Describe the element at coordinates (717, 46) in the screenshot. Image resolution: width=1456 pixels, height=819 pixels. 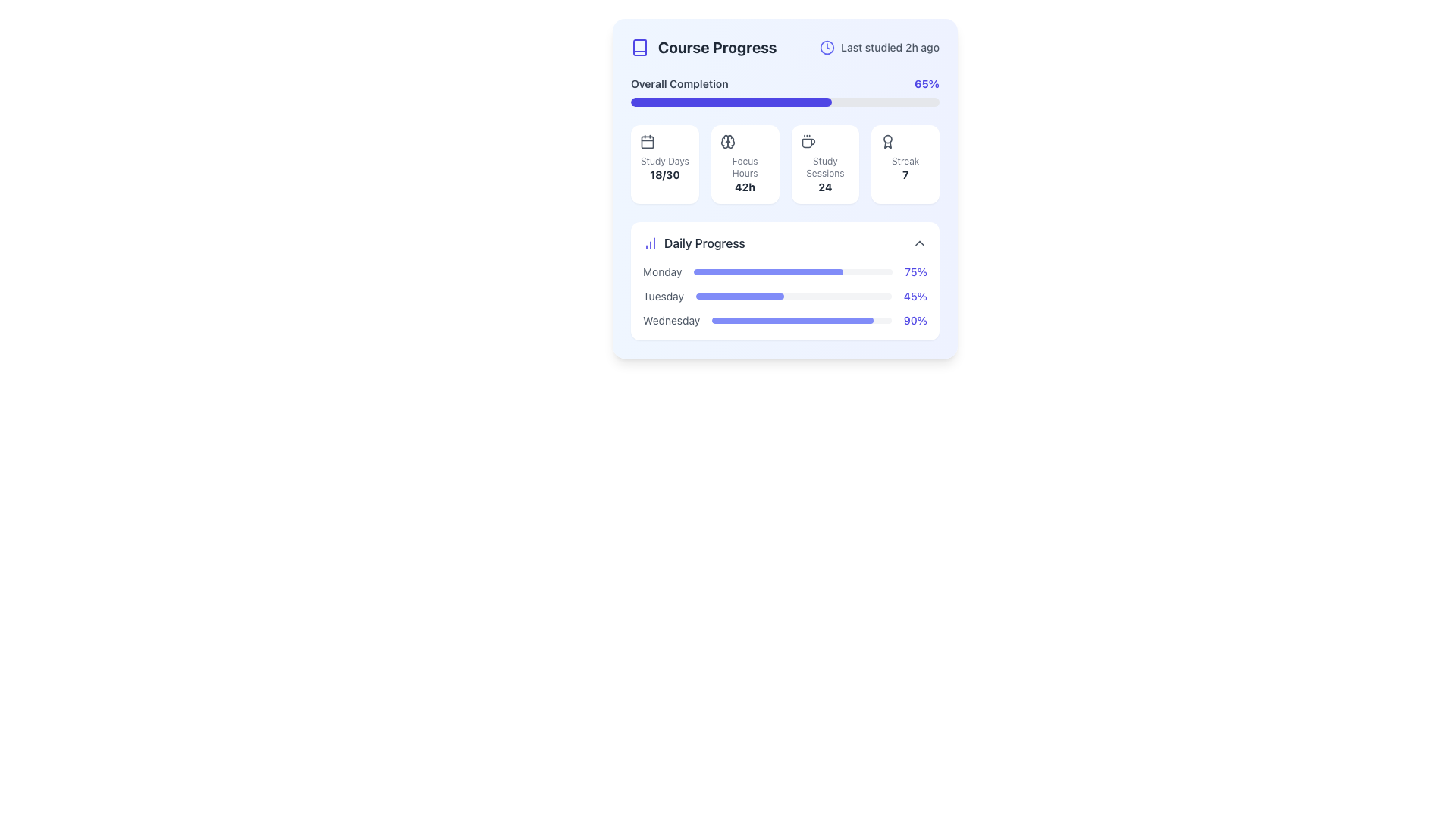
I see `the text label conveying the theme of course completion and progress` at that location.